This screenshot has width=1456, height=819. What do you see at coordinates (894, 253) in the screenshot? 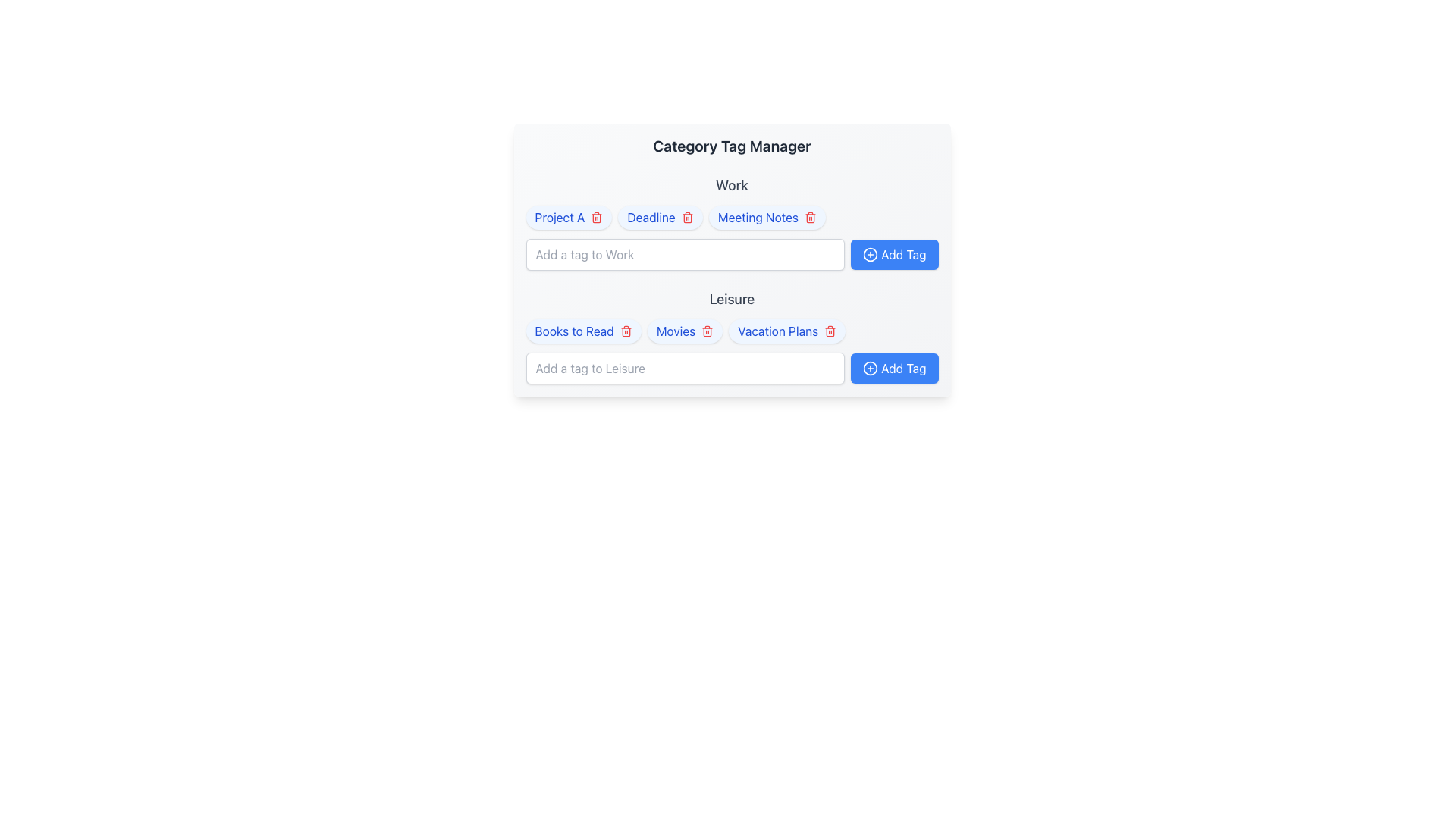
I see `the button` at bounding box center [894, 253].